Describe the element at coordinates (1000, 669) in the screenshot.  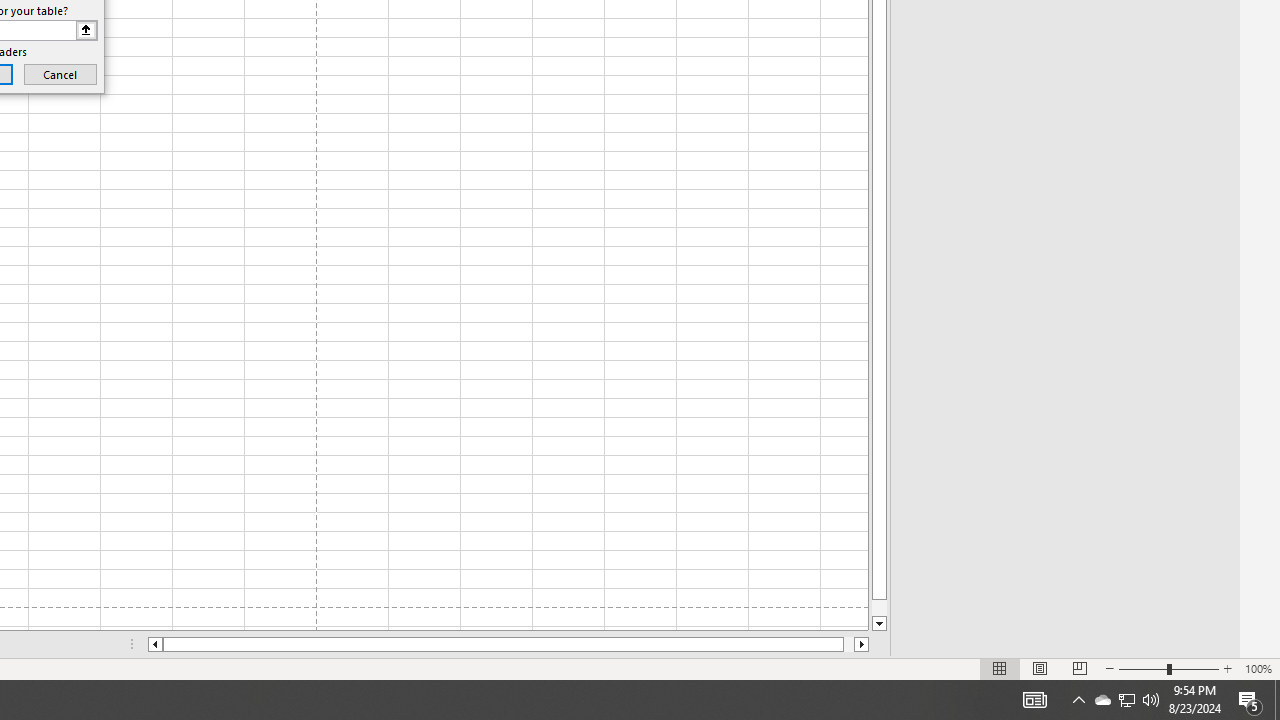
I see `'Normal'` at that location.